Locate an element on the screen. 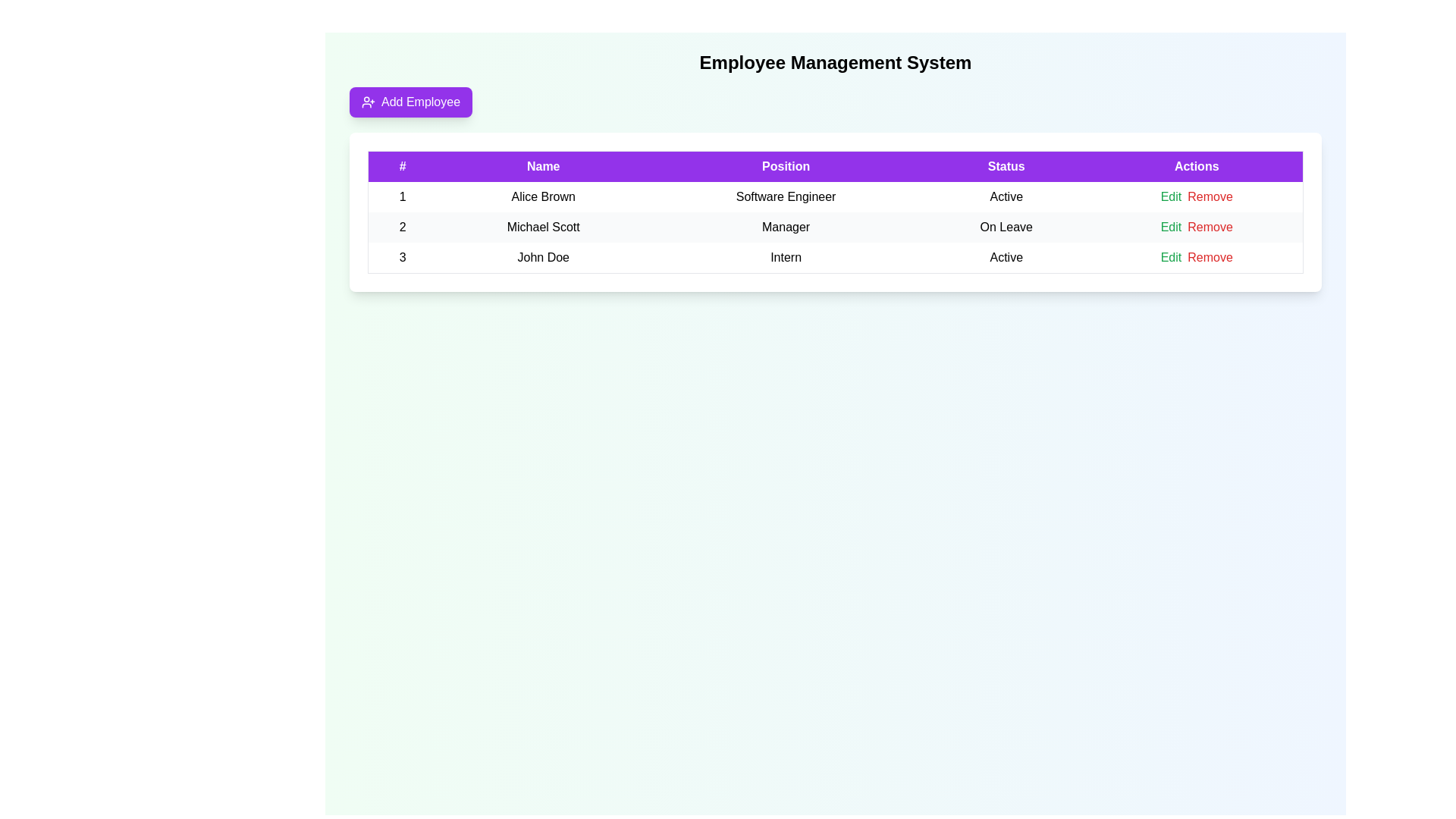 The width and height of the screenshot is (1456, 819). text label displaying 'Alice Brown' located in the second column under the 'Name' header of the table is located at coordinates (543, 196).